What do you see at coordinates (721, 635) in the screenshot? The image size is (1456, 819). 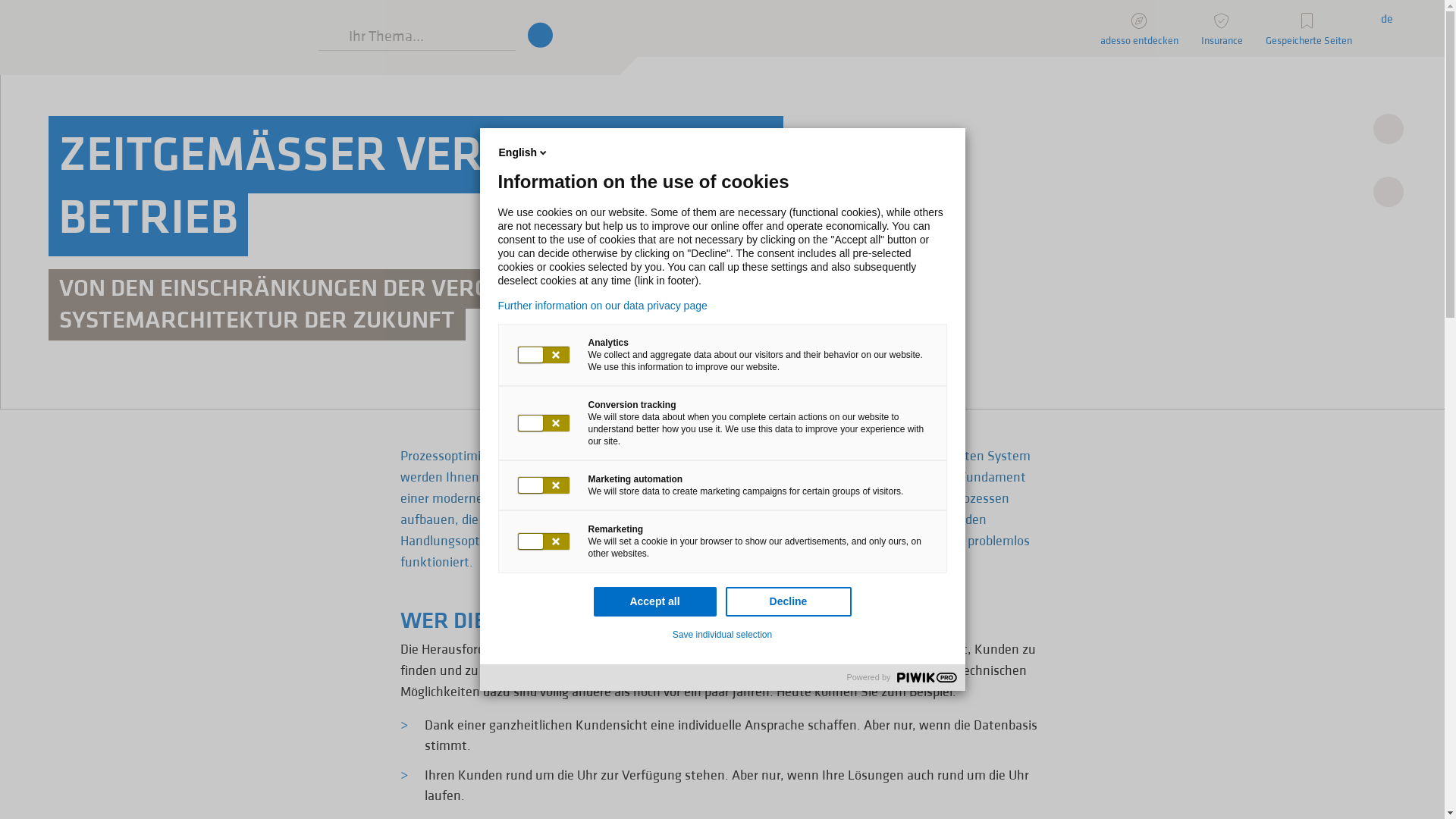 I see `'Save individual selection'` at bounding box center [721, 635].